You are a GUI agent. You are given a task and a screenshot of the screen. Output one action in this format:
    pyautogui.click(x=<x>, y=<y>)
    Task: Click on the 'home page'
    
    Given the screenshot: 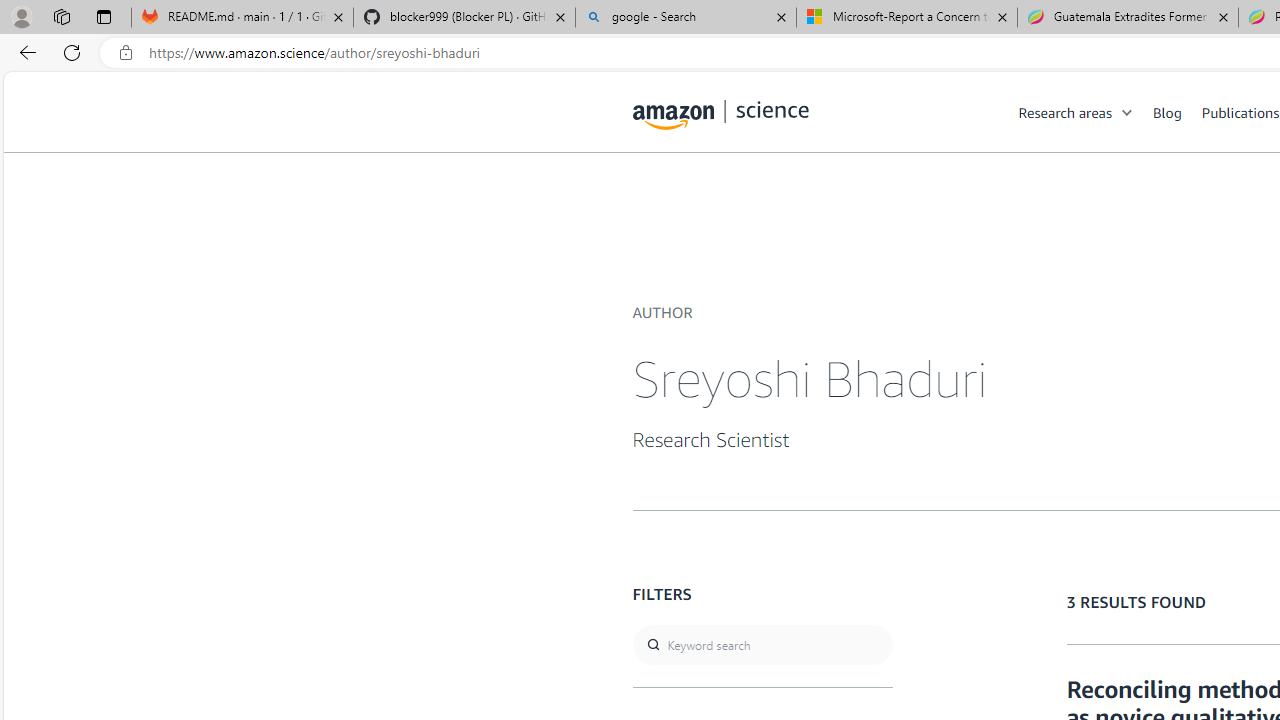 What is the action you would take?
    pyautogui.click(x=720, y=110)
    